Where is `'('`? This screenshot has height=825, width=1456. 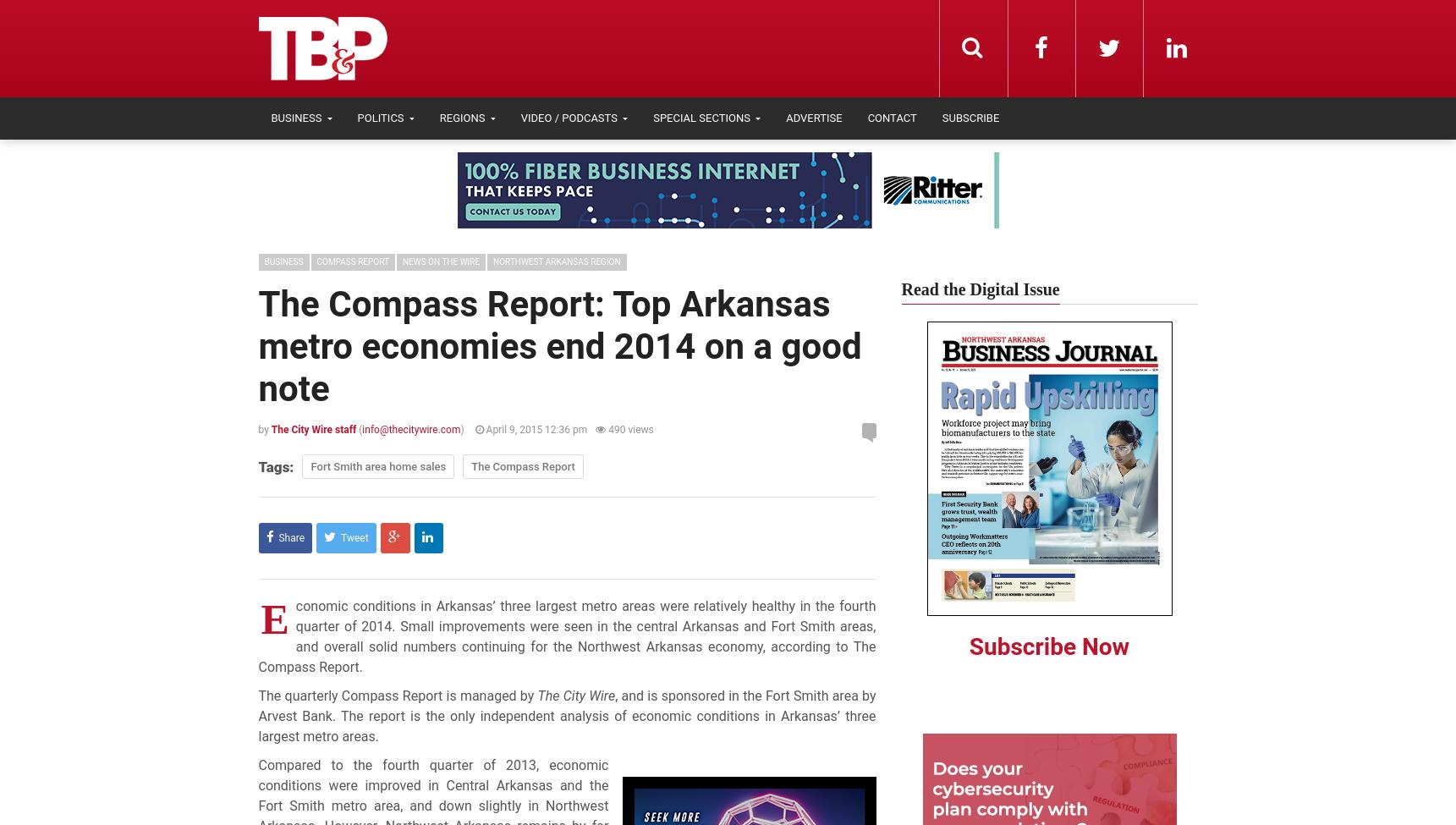
'(' is located at coordinates (358, 428).